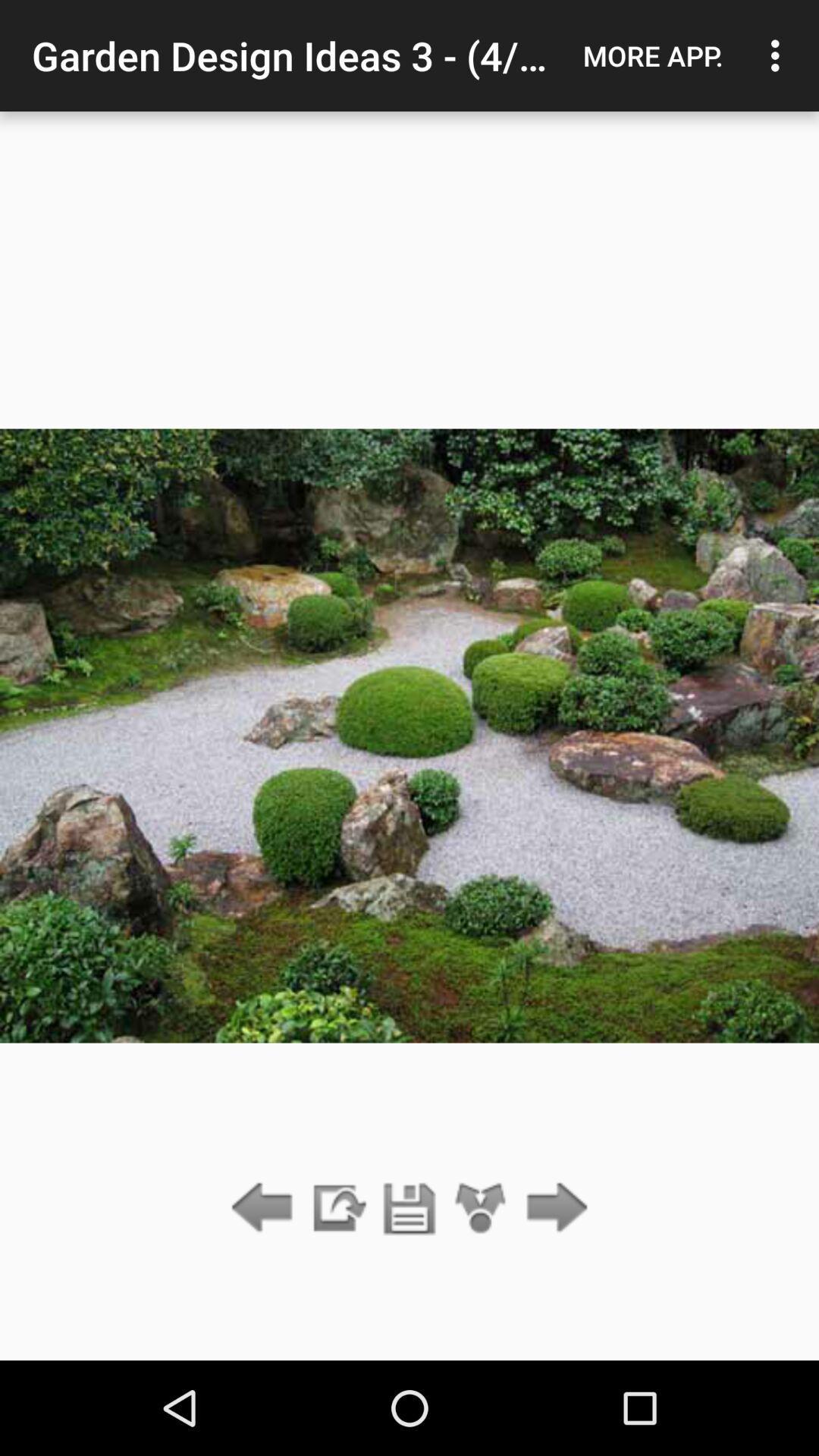 This screenshot has width=819, height=1456. Describe the element at coordinates (553, 1208) in the screenshot. I see `show the next item` at that location.